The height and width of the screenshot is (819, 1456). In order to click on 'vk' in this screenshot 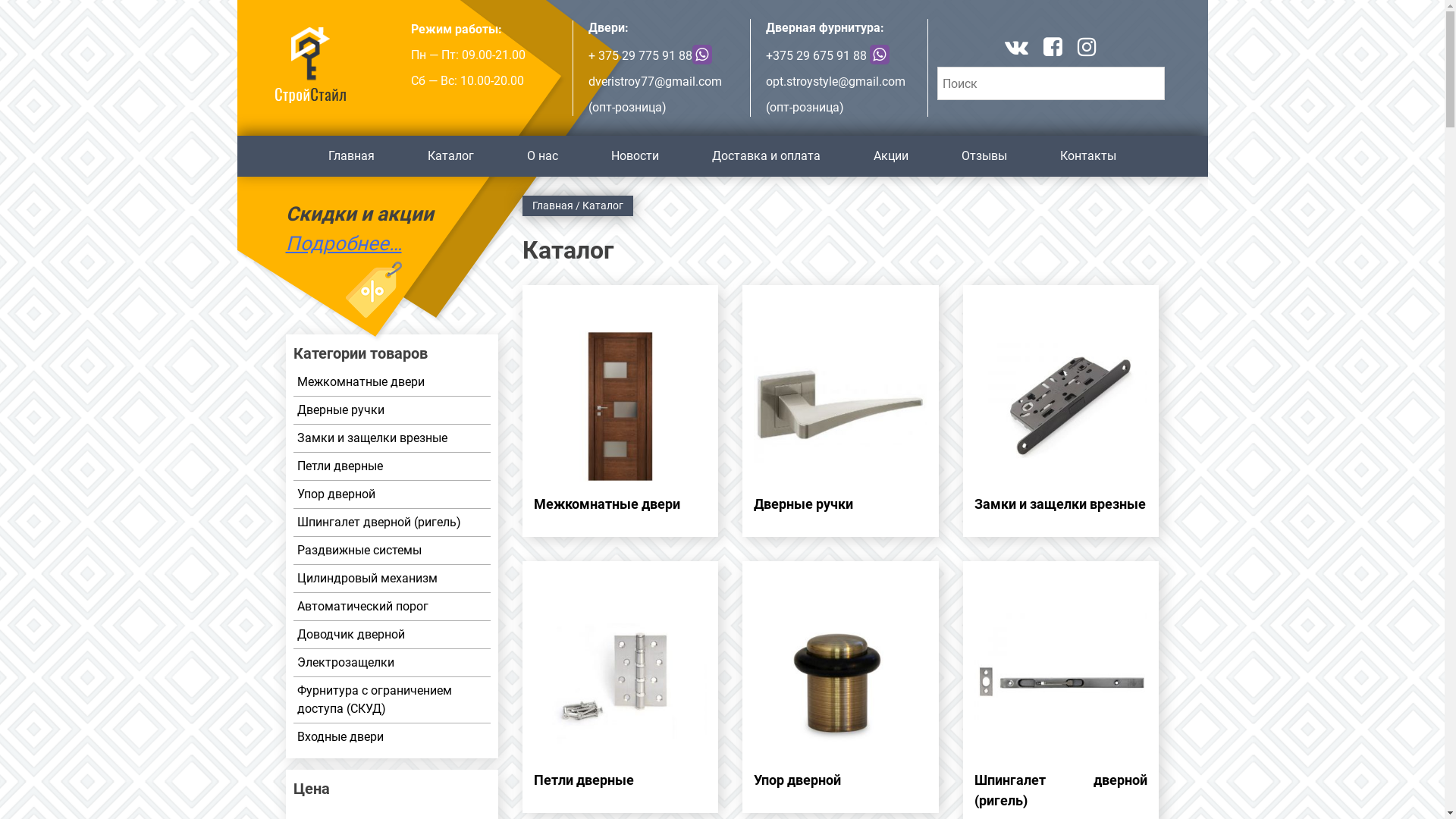, I will do `click(1004, 49)`.